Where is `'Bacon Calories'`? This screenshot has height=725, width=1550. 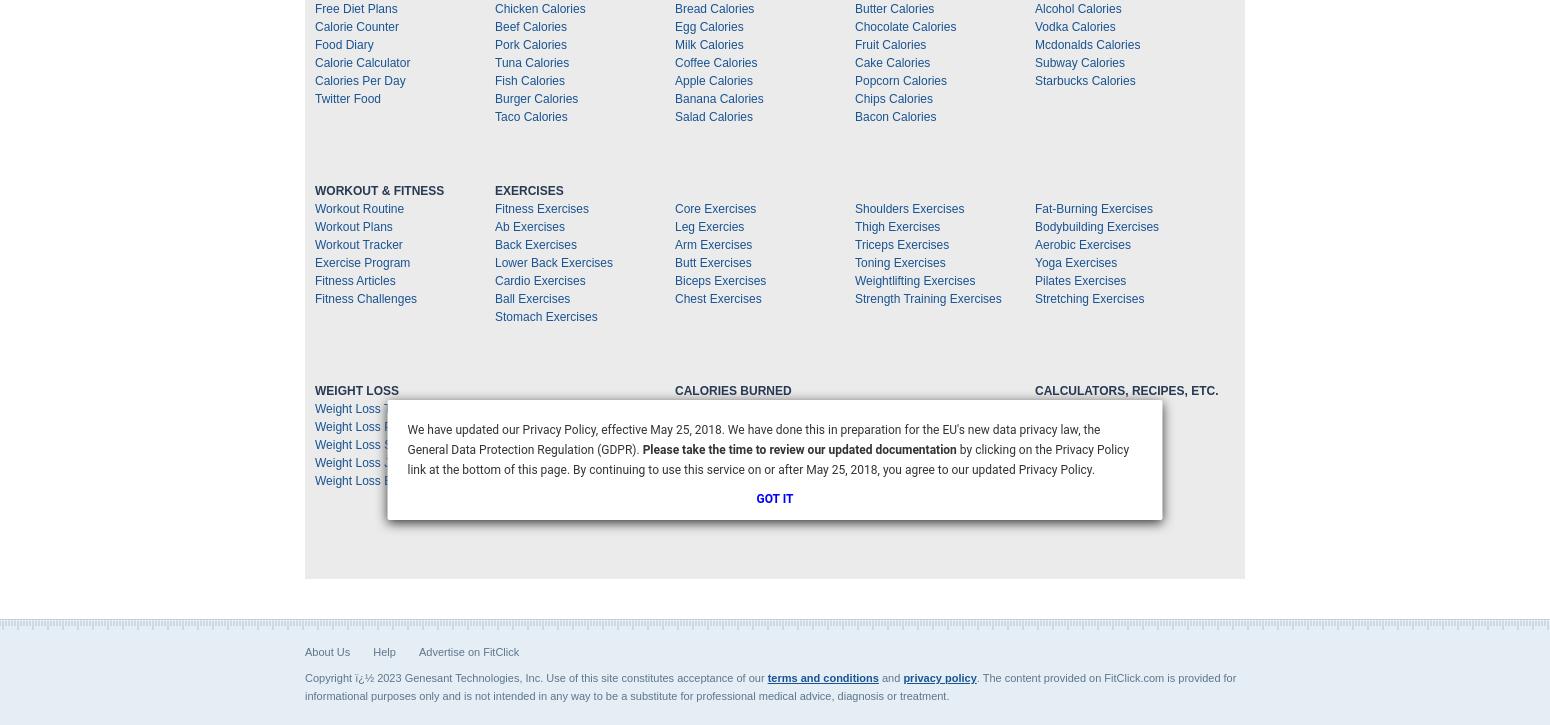 'Bacon Calories' is located at coordinates (895, 117).